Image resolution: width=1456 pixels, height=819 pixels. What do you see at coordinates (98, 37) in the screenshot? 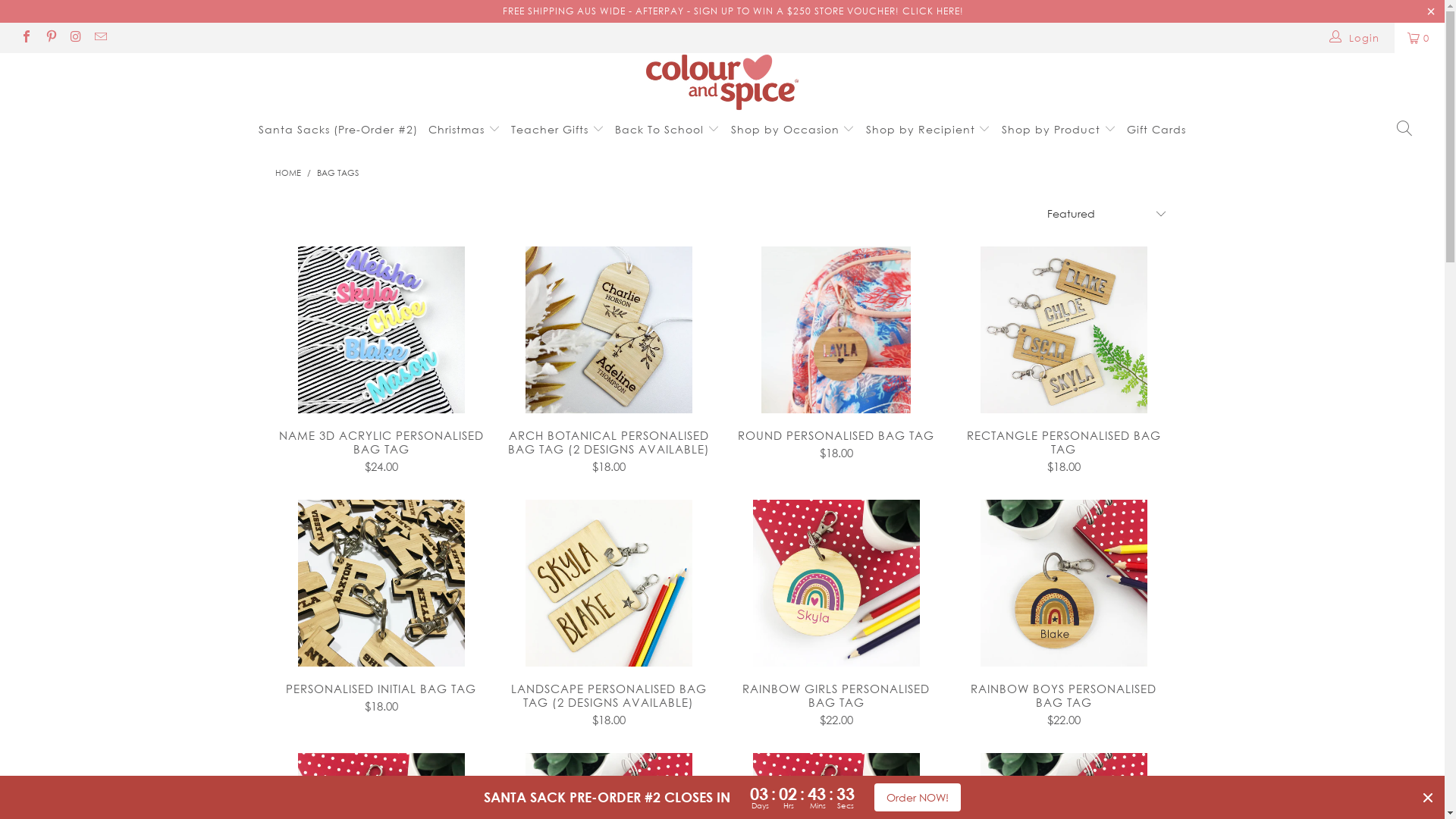
I see `'Email Colour and Spice Pty Ltd'` at bounding box center [98, 37].